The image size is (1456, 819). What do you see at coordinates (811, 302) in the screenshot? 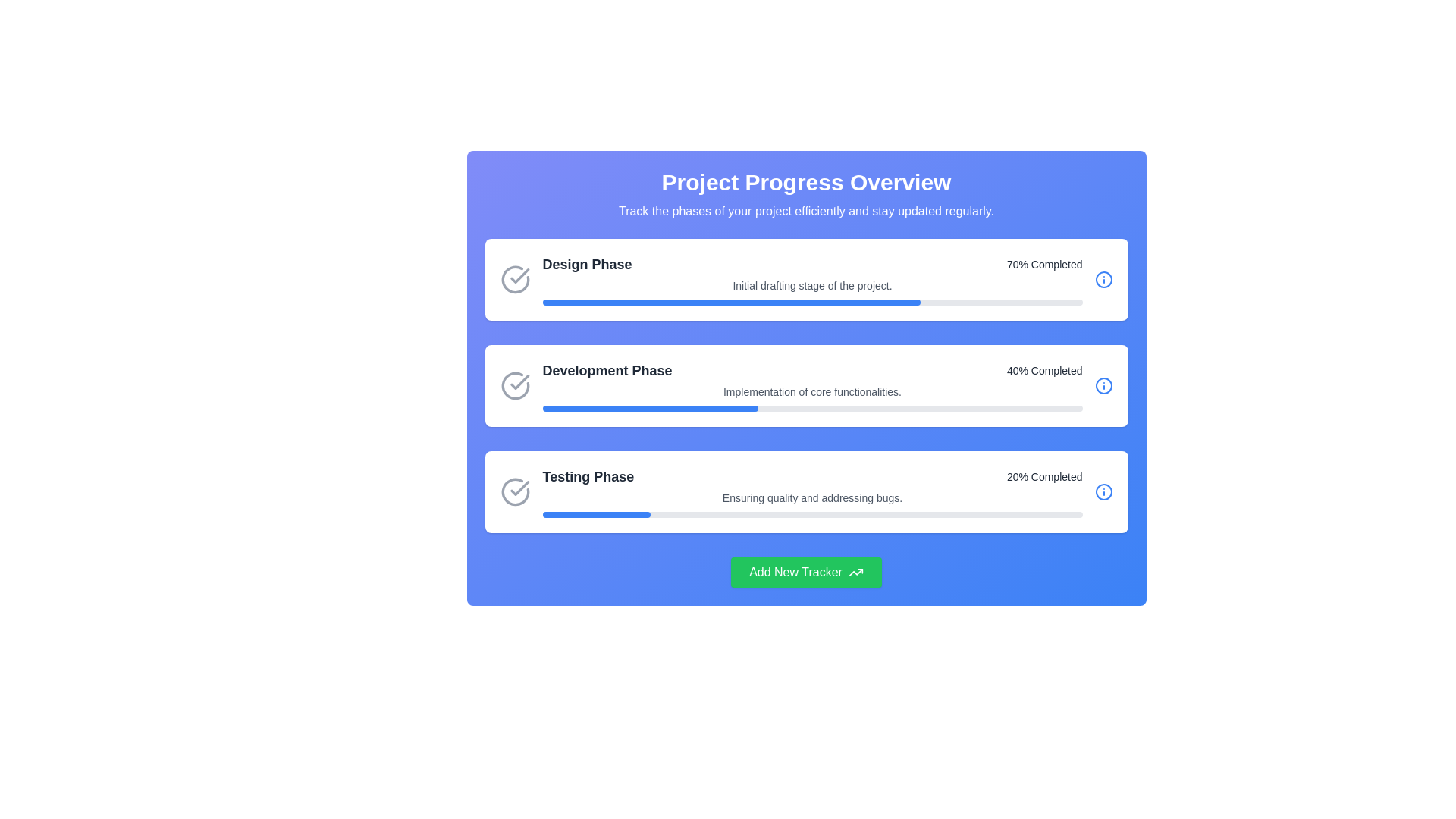
I see `the Progress bar that visually represents the completion status of the 'Design Phase' beneath the text 'Initial drafting stage of the project.'` at bounding box center [811, 302].